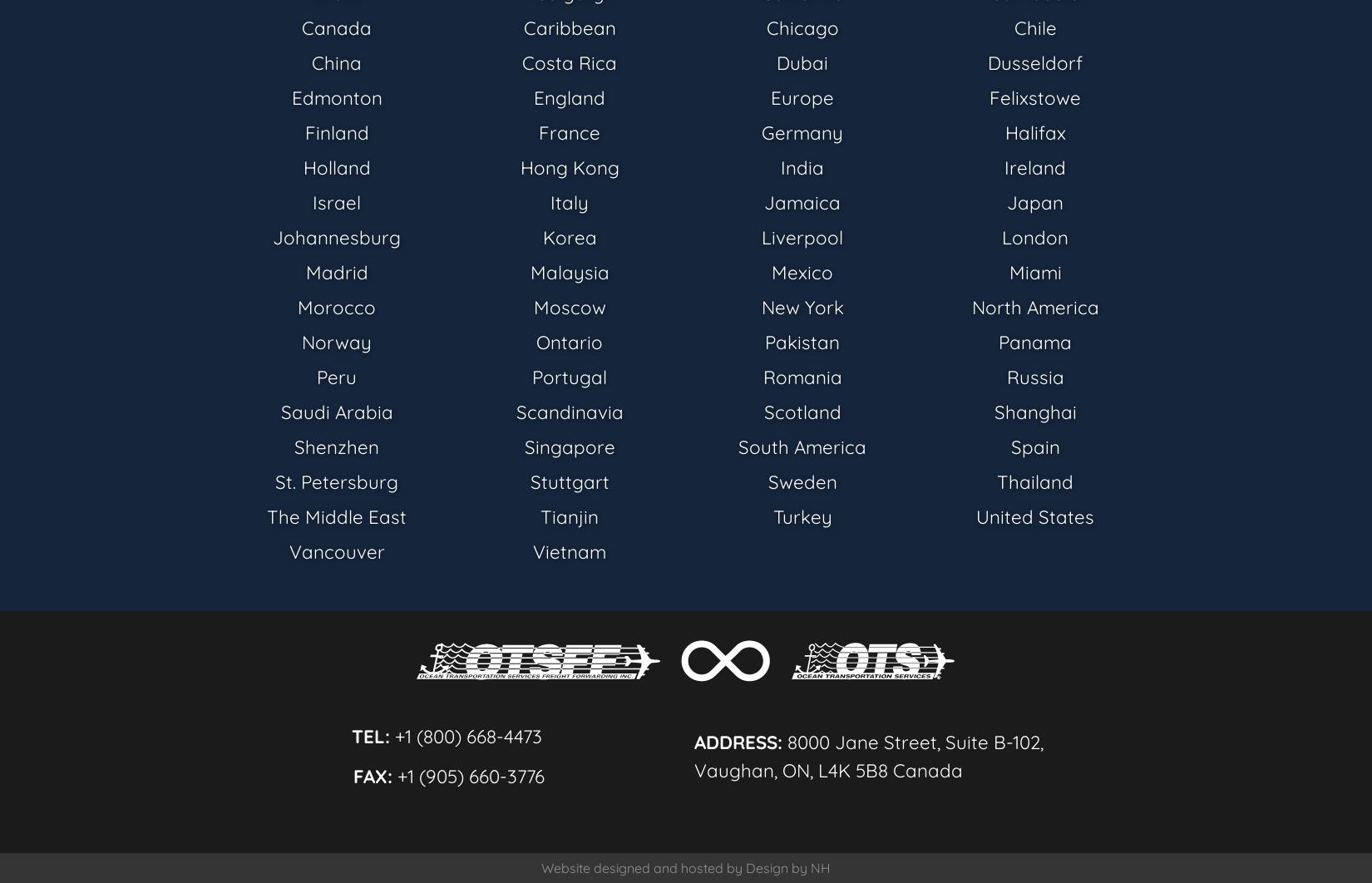 This screenshot has height=883, width=1372. Describe the element at coordinates (369, 734) in the screenshot. I see `'TEL:'` at that location.